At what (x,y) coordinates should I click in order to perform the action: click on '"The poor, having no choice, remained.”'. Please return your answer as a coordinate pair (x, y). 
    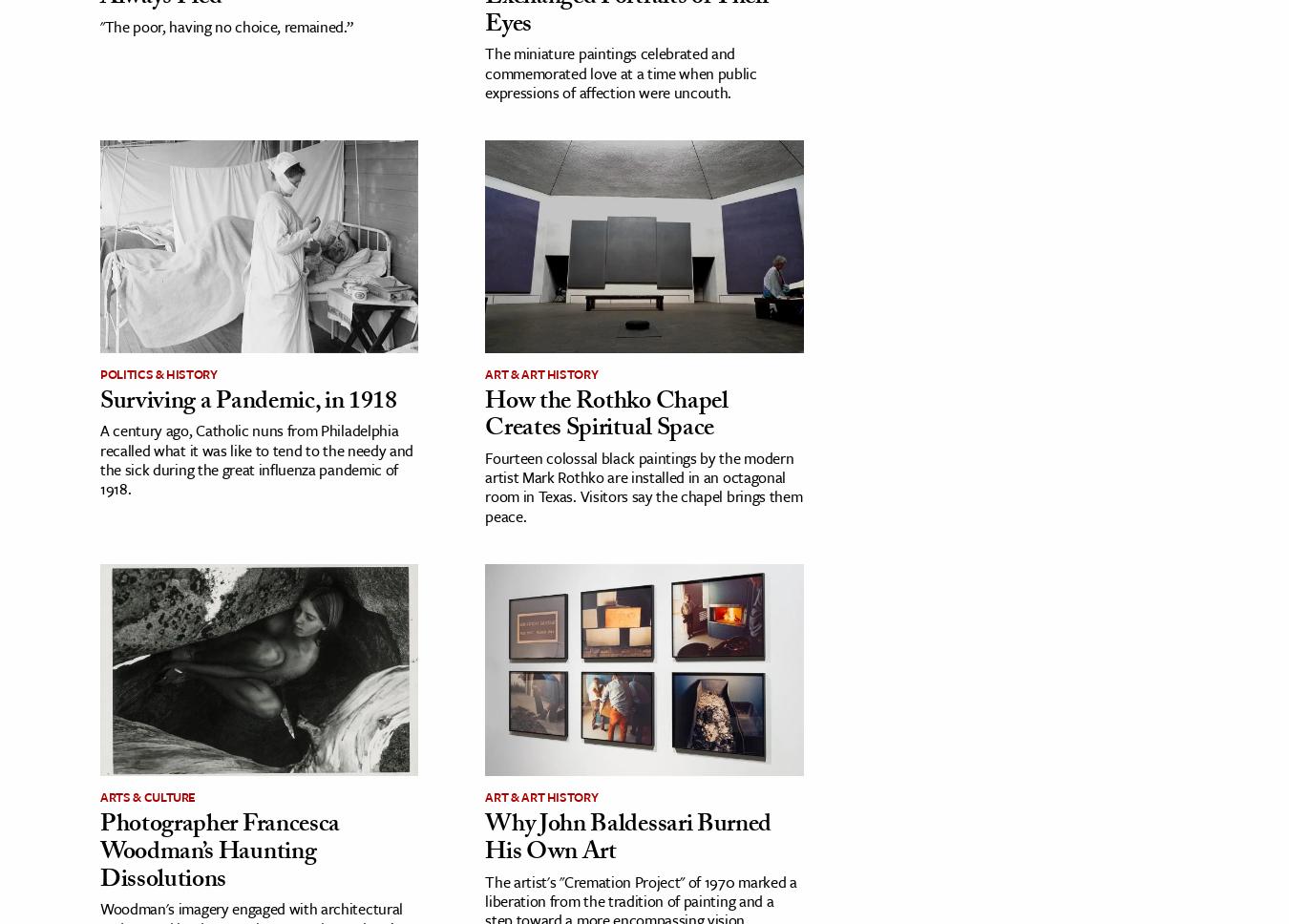
    Looking at the image, I should click on (225, 26).